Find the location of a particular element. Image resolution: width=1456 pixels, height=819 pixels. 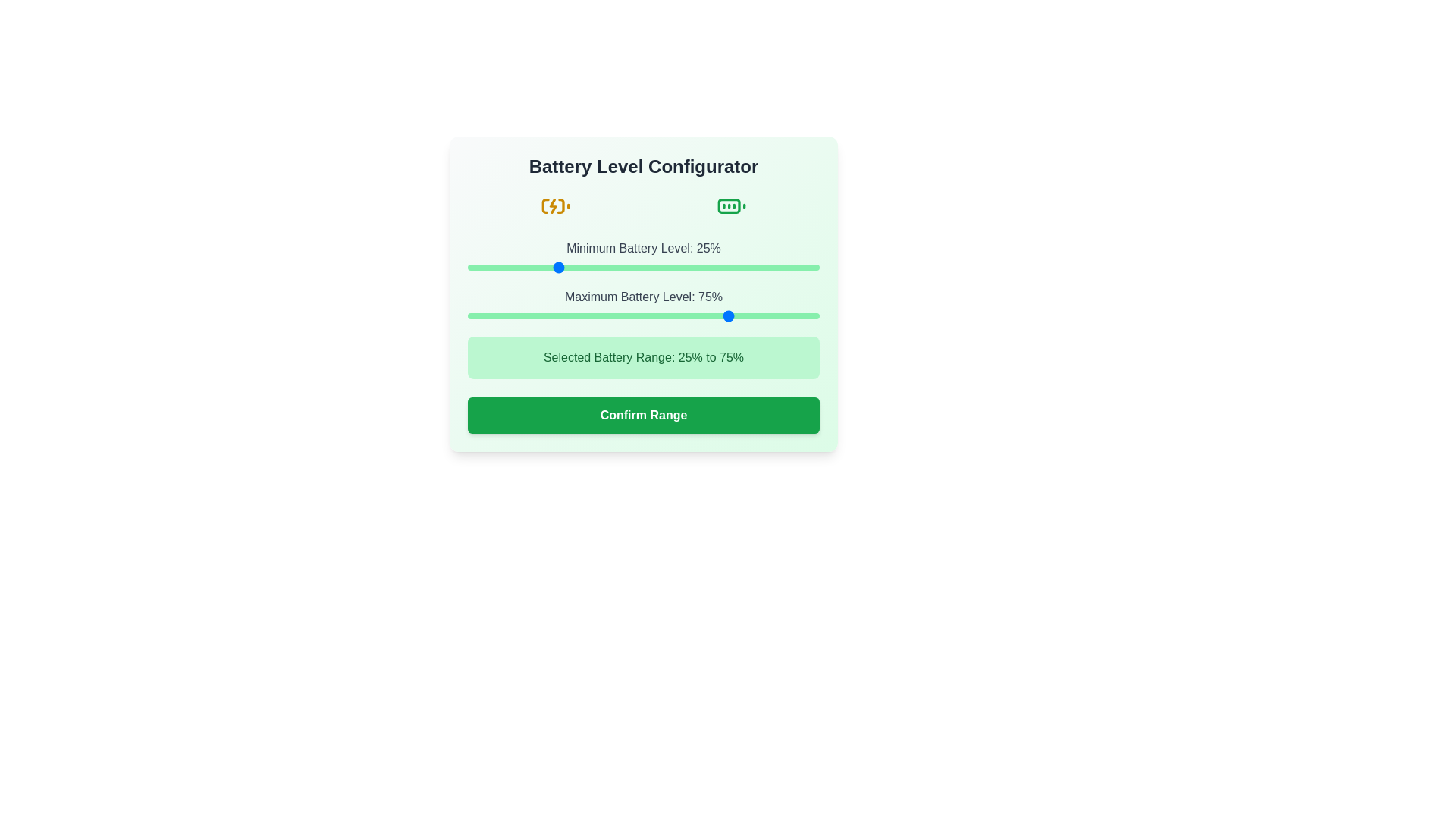

the minimum battery level is located at coordinates (678, 267).